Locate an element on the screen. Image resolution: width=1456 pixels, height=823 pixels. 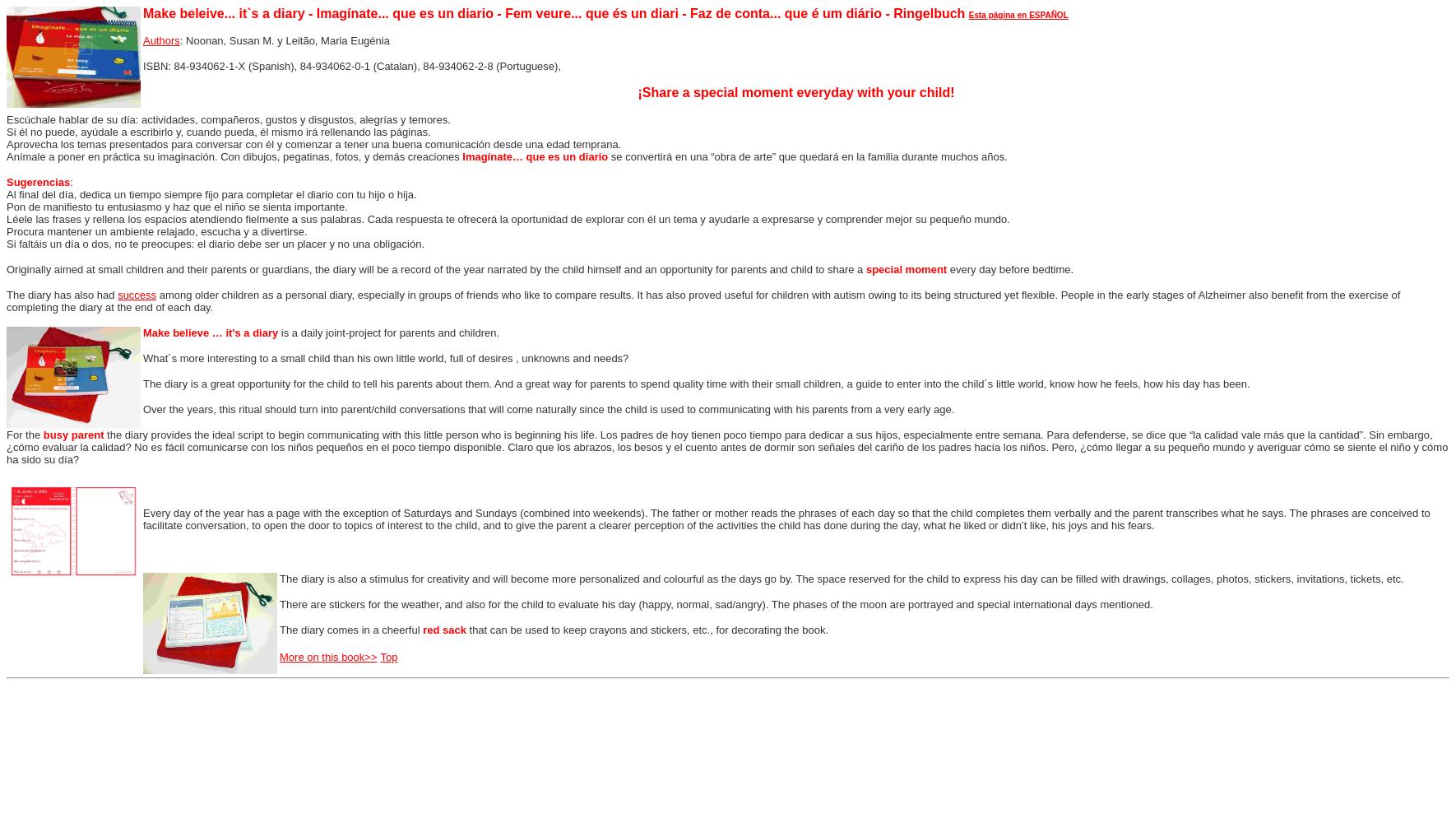
'Sugerencias' is located at coordinates (5, 181).